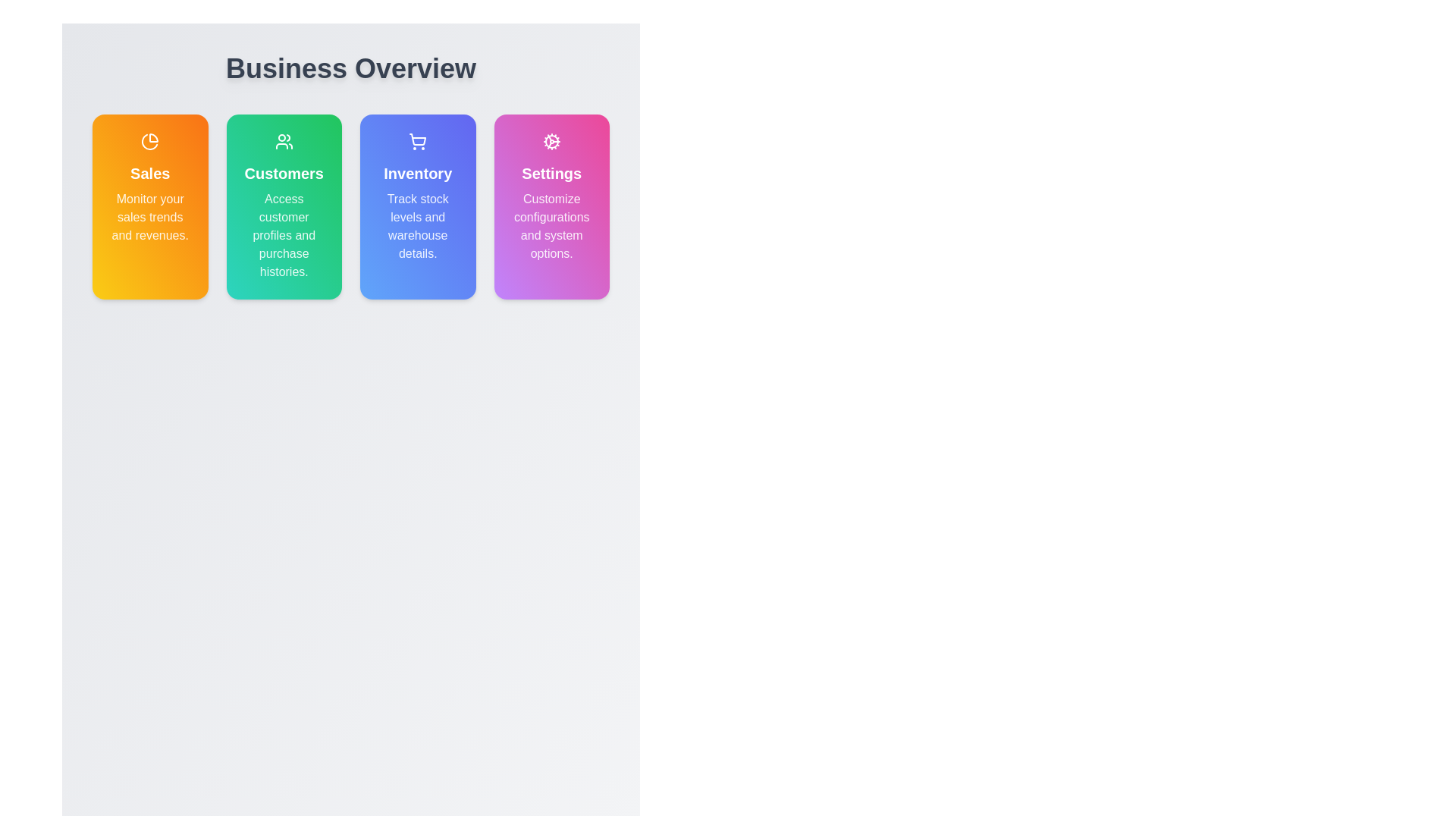  What do you see at coordinates (551, 141) in the screenshot?
I see `the cogwheel icon styled in white against a pink background, located at the top center of the pink card labeled 'Settings'` at bounding box center [551, 141].